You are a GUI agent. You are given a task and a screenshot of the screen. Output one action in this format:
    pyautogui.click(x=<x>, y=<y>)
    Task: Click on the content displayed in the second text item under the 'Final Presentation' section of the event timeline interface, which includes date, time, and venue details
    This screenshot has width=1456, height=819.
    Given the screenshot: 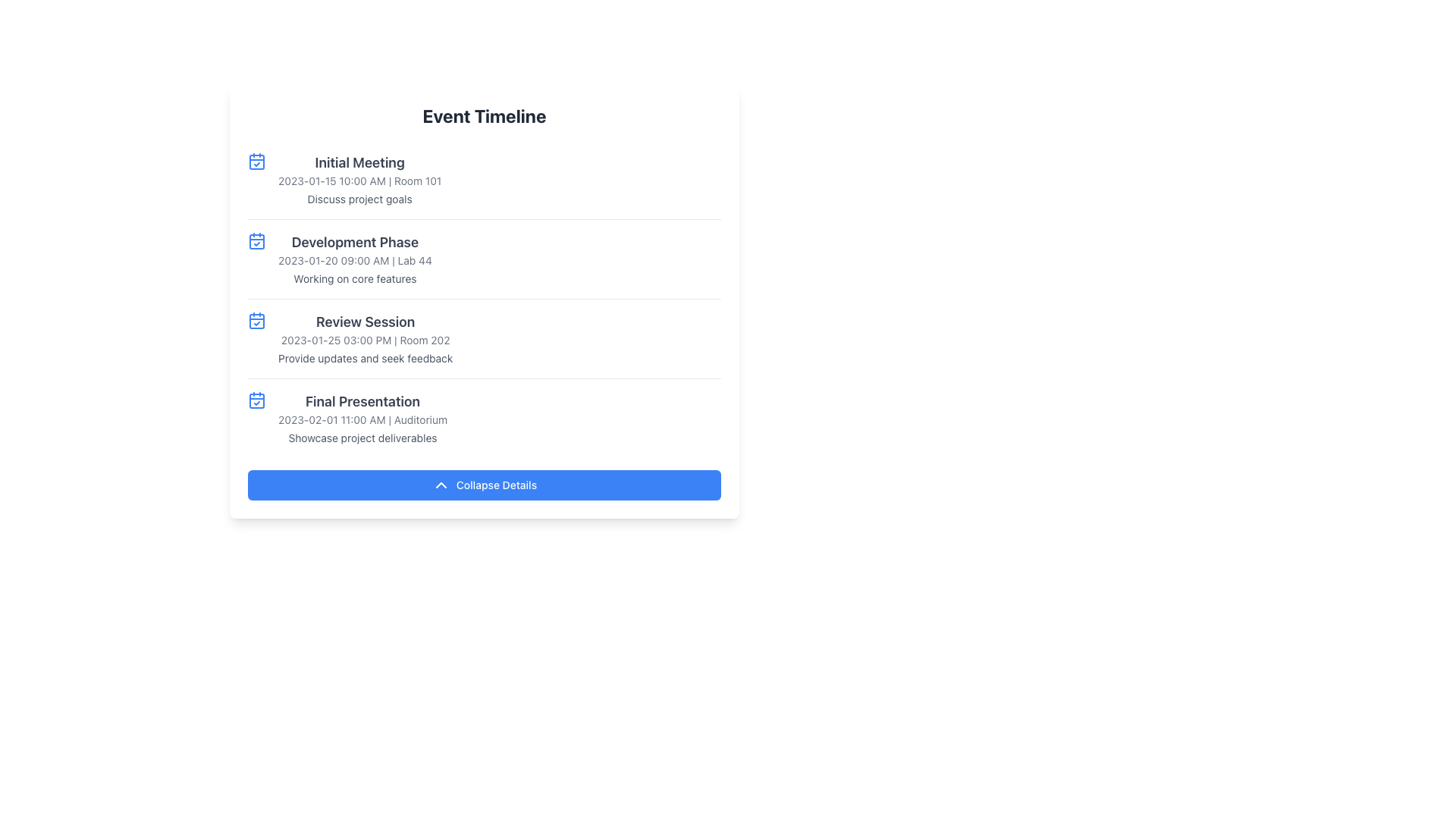 What is the action you would take?
    pyautogui.click(x=362, y=420)
    